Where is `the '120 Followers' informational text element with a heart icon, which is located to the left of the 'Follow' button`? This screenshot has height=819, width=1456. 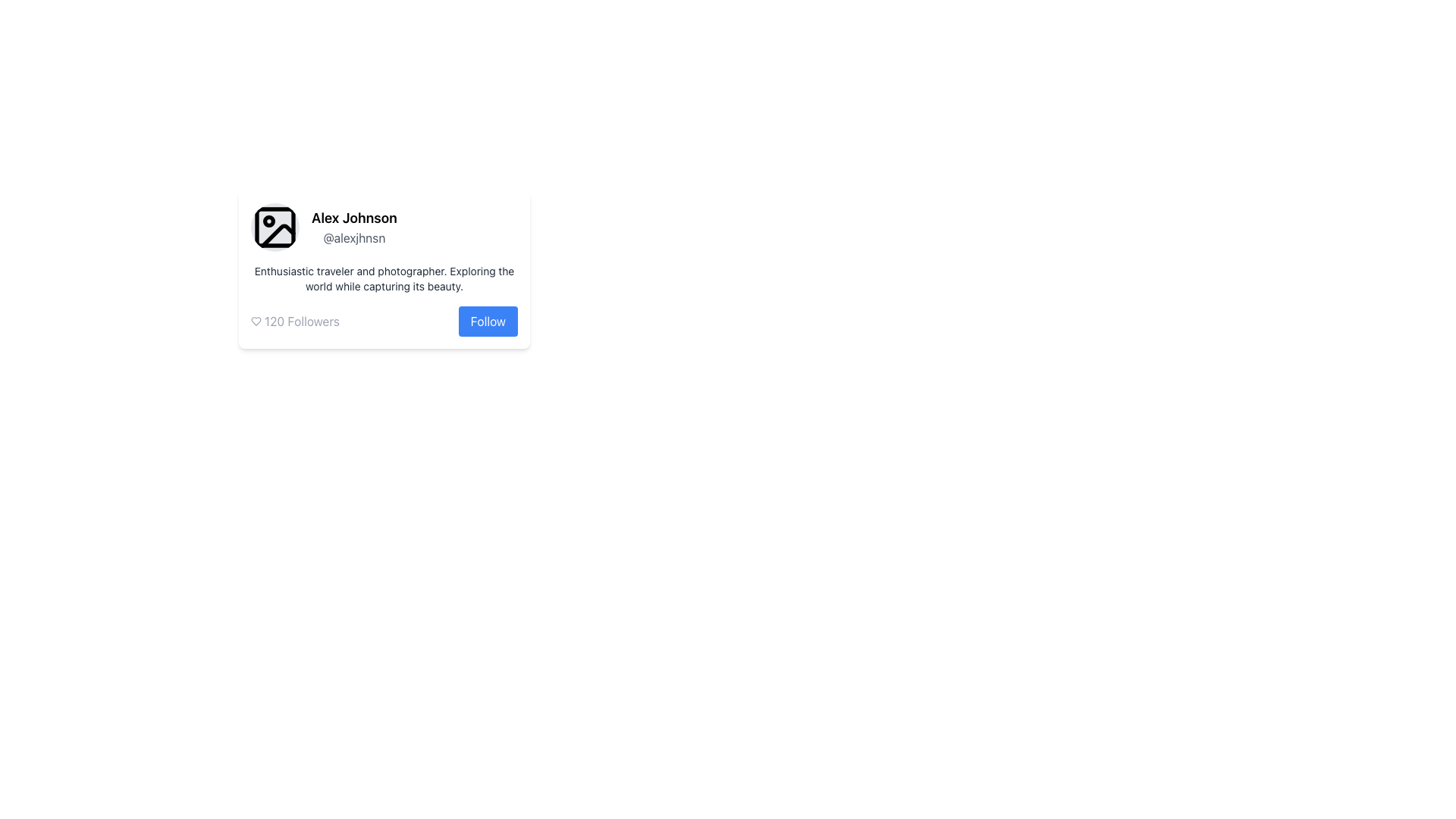 the '120 Followers' informational text element with a heart icon, which is located to the left of the 'Follow' button is located at coordinates (295, 321).